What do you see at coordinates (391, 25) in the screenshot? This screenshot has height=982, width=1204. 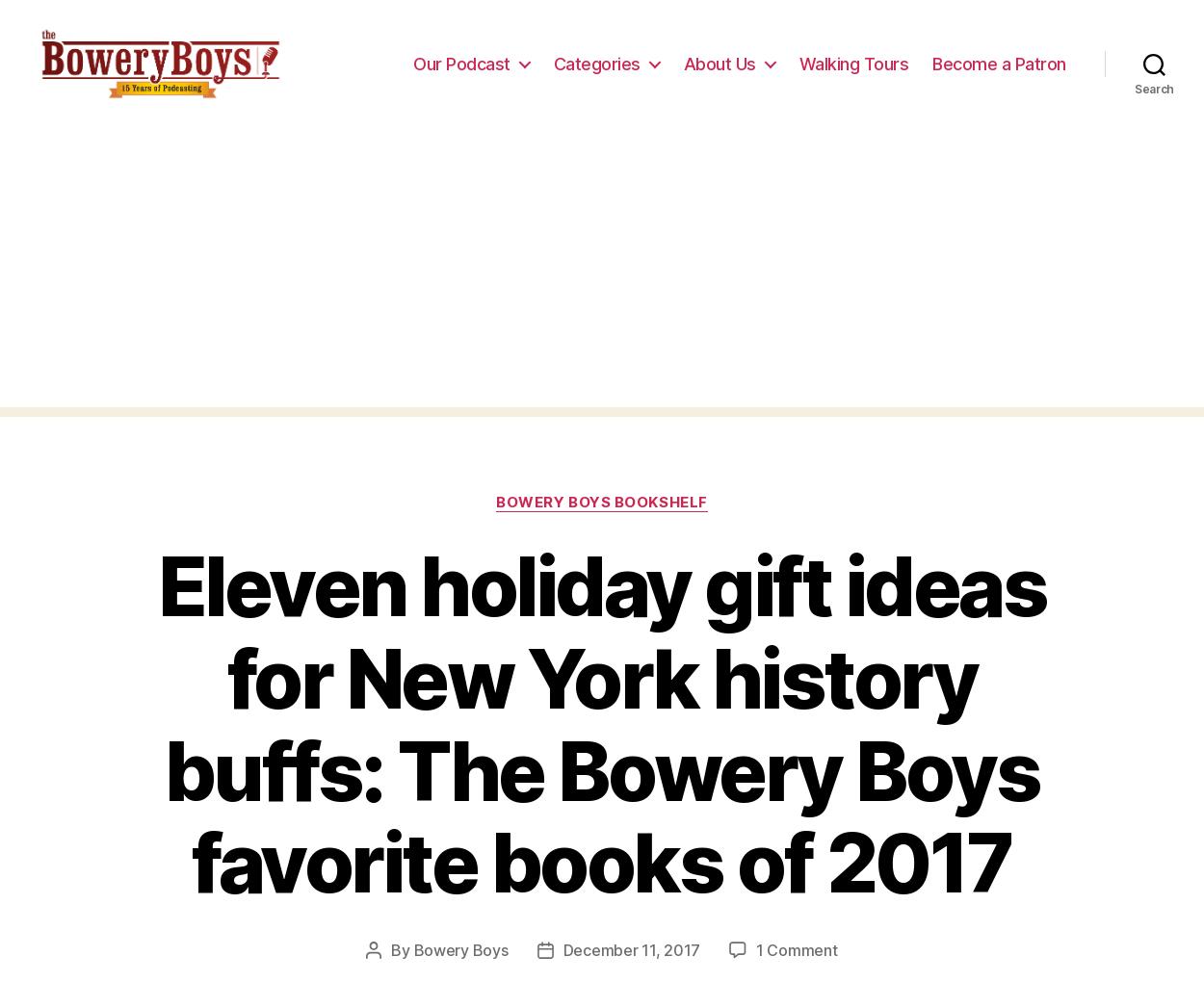 I see `'Brad Marcus'` at bounding box center [391, 25].